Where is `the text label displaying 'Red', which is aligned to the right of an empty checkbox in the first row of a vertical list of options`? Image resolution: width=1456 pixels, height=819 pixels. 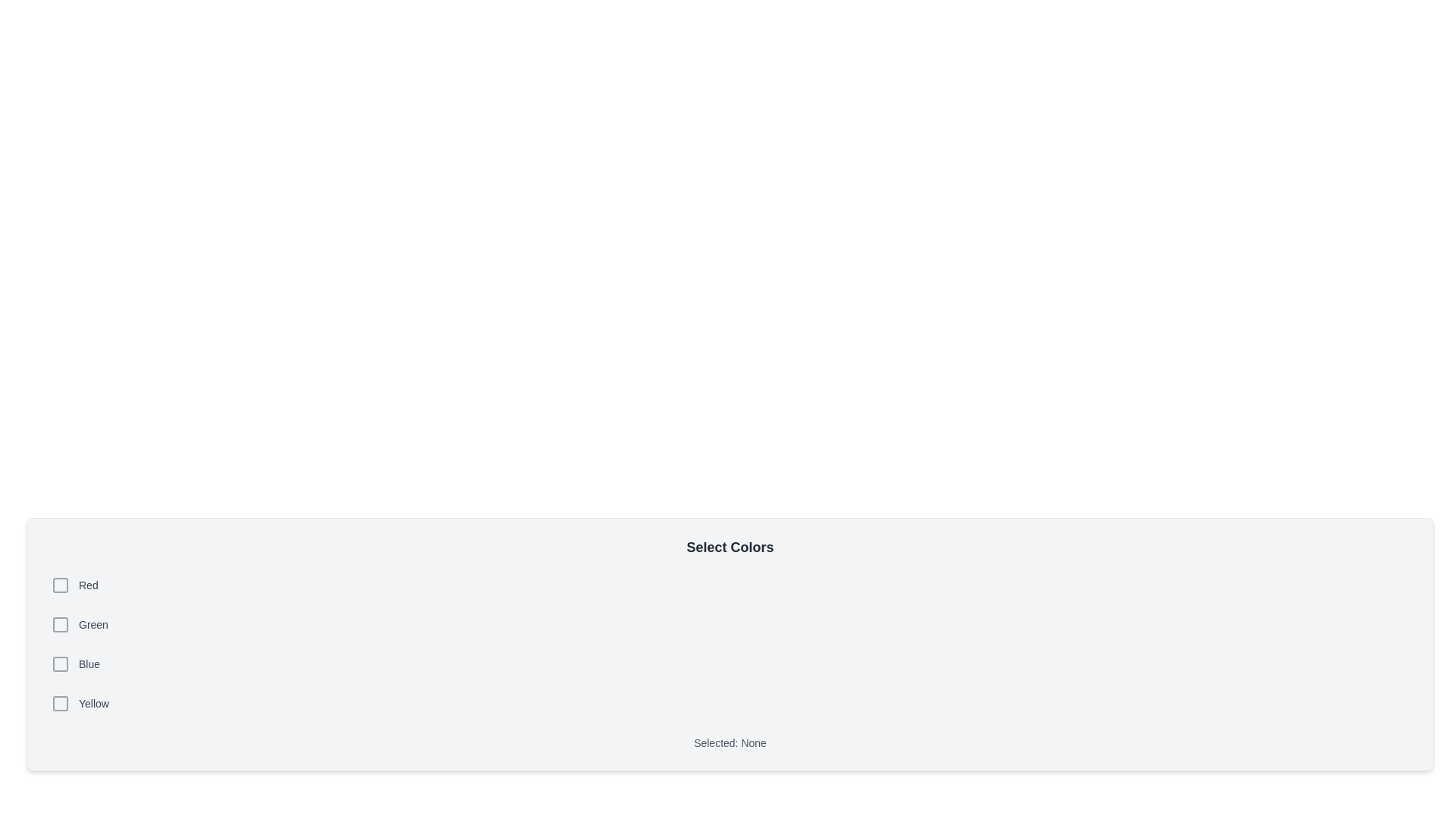 the text label displaying 'Red', which is aligned to the right of an empty checkbox in the first row of a vertical list of options is located at coordinates (87, 584).